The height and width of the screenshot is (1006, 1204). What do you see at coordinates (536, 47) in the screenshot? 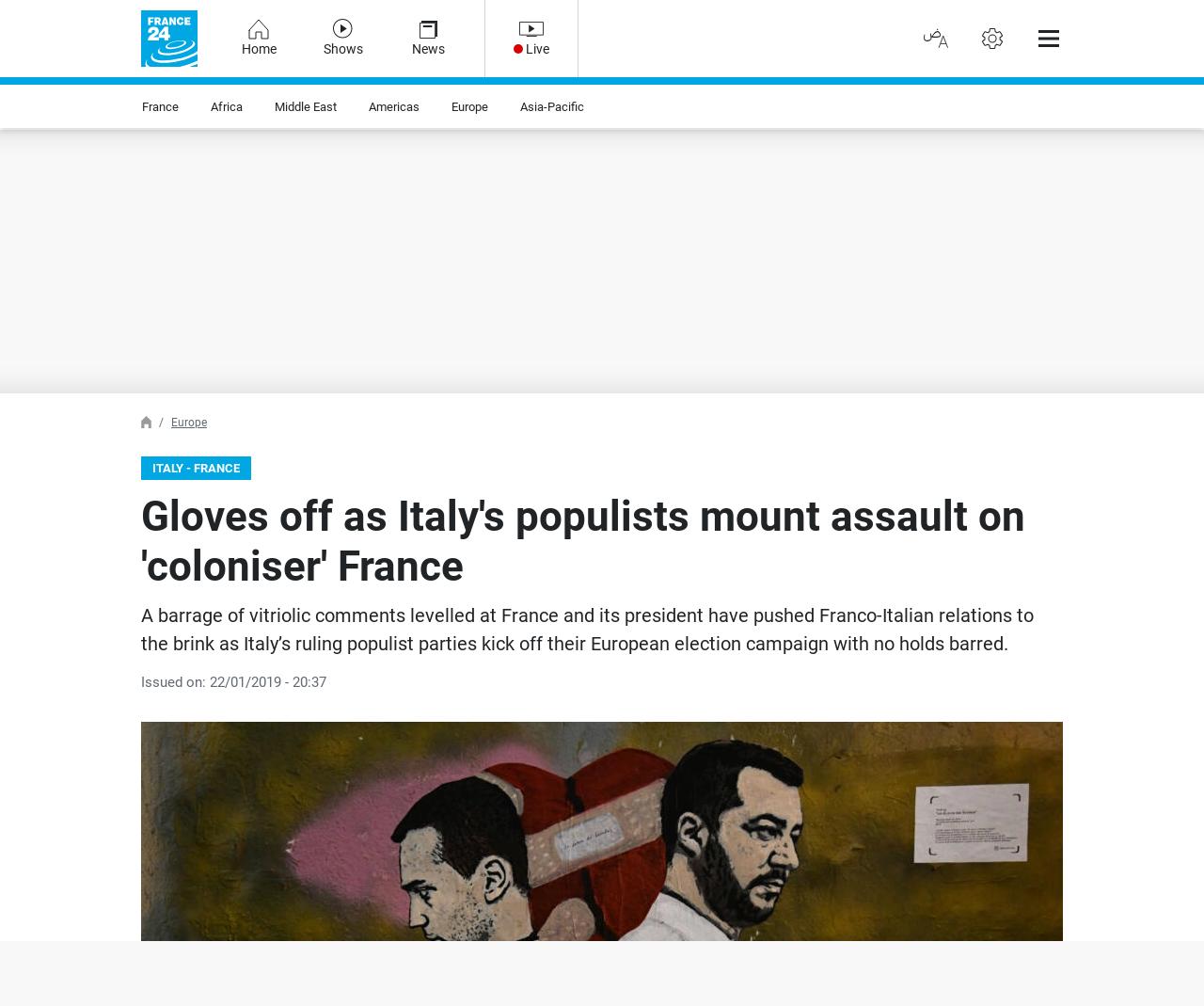
I see `'Live'` at bounding box center [536, 47].